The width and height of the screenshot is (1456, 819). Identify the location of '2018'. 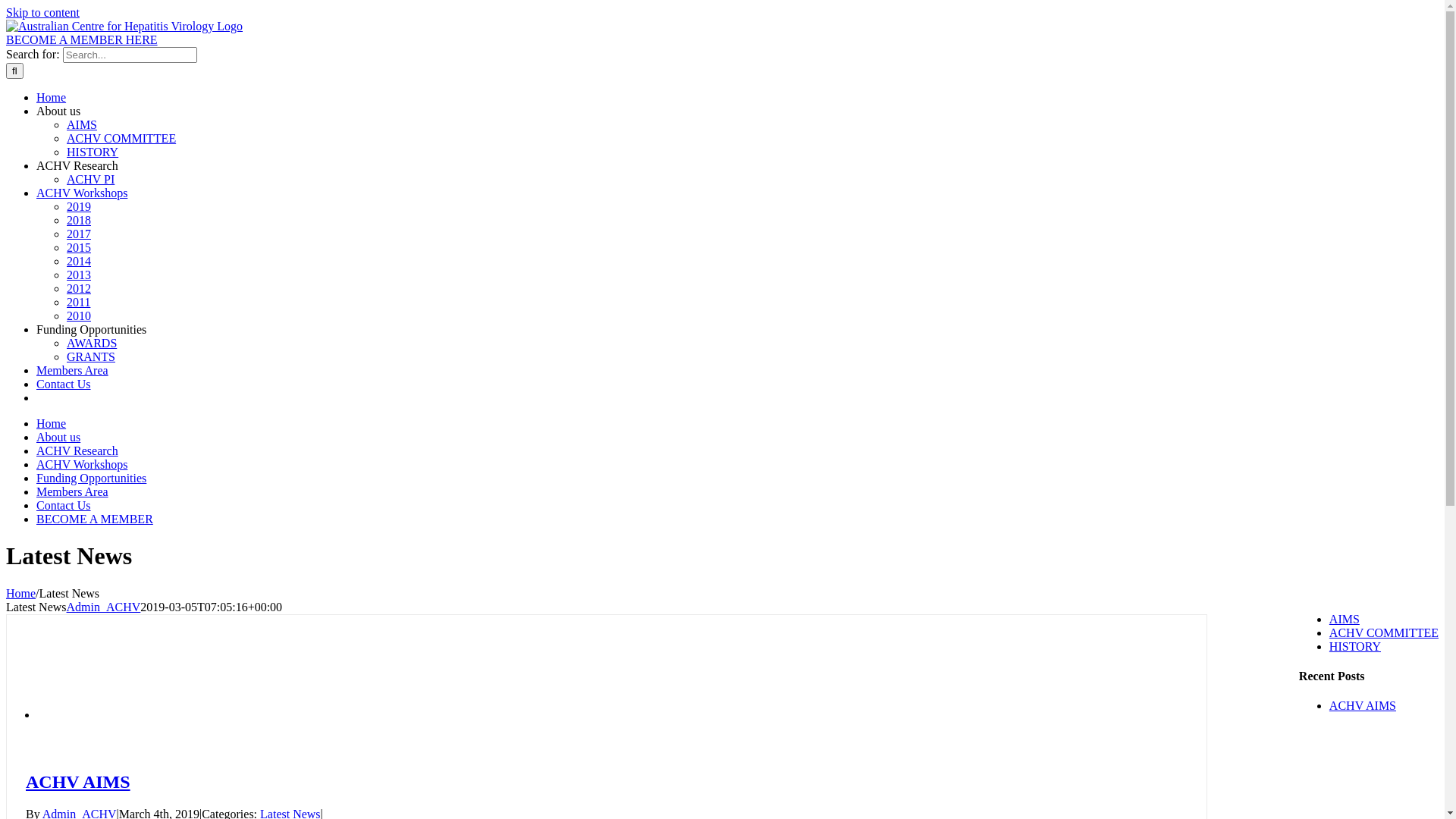
(65, 220).